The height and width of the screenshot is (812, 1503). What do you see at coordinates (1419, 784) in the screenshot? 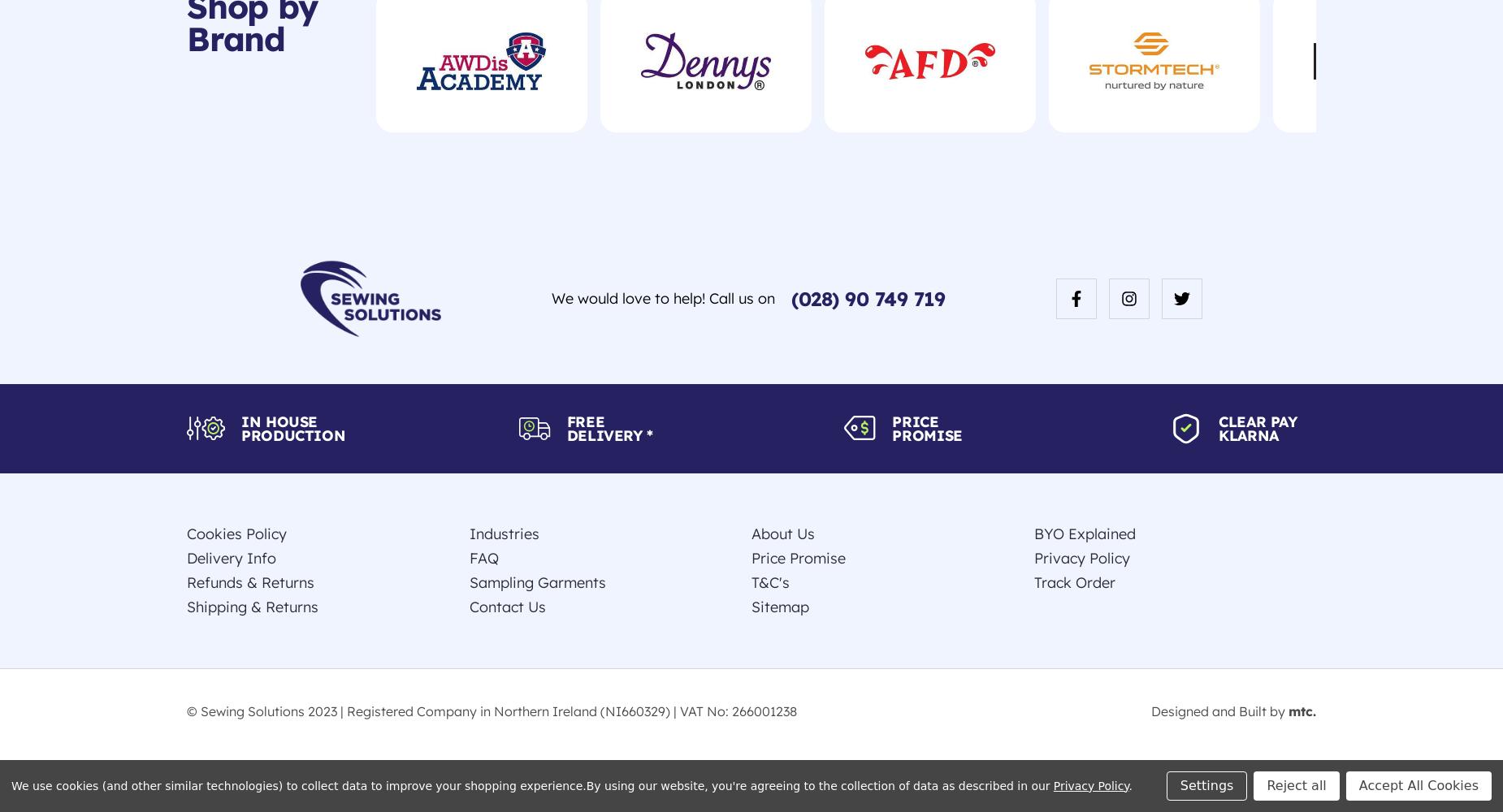
I see `'Accept All Cookies'` at bounding box center [1419, 784].